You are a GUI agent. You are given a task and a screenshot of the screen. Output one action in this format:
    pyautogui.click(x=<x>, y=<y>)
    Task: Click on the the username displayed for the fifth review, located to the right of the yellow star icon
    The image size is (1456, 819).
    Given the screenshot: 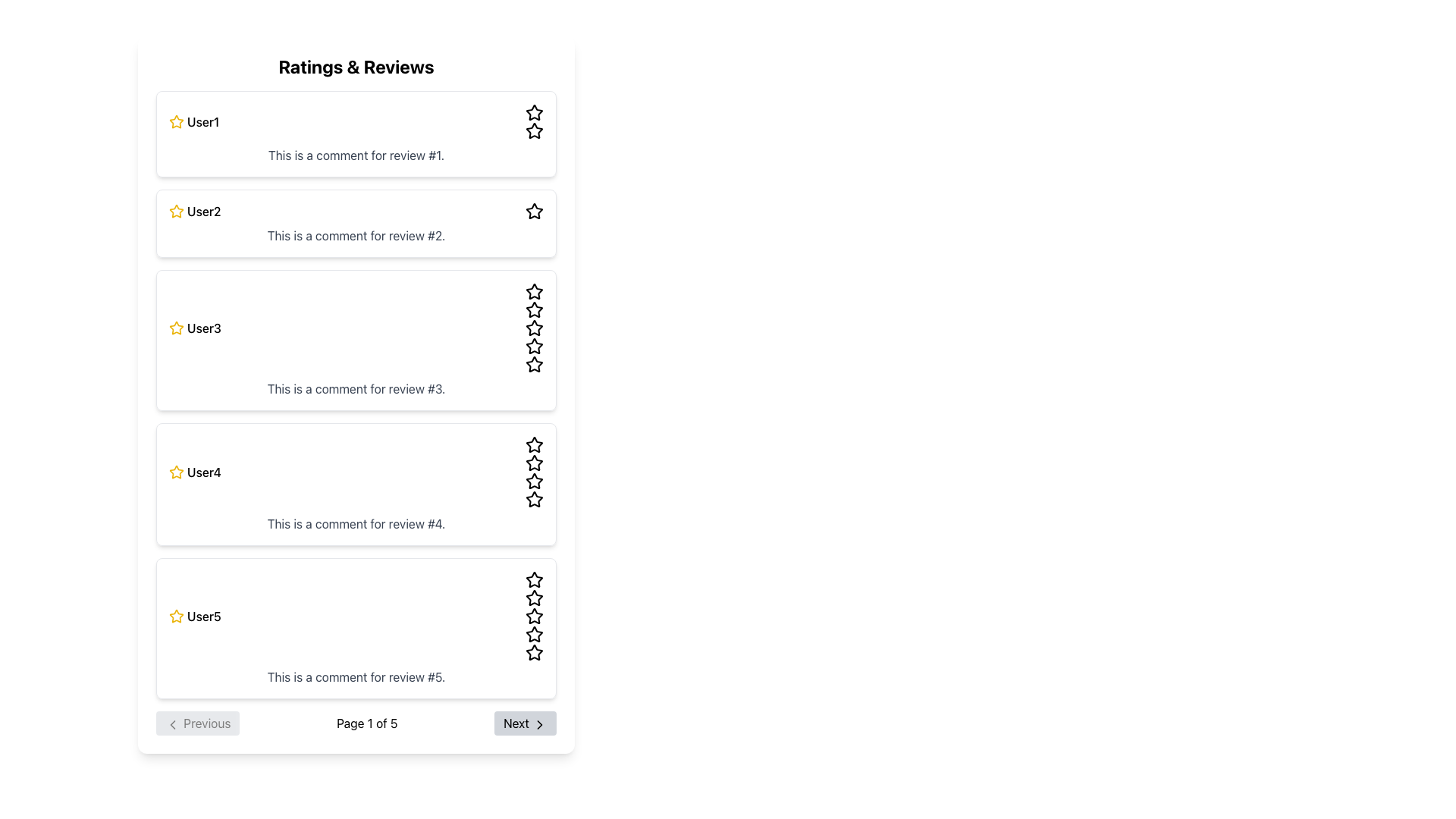 What is the action you would take?
    pyautogui.click(x=203, y=617)
    